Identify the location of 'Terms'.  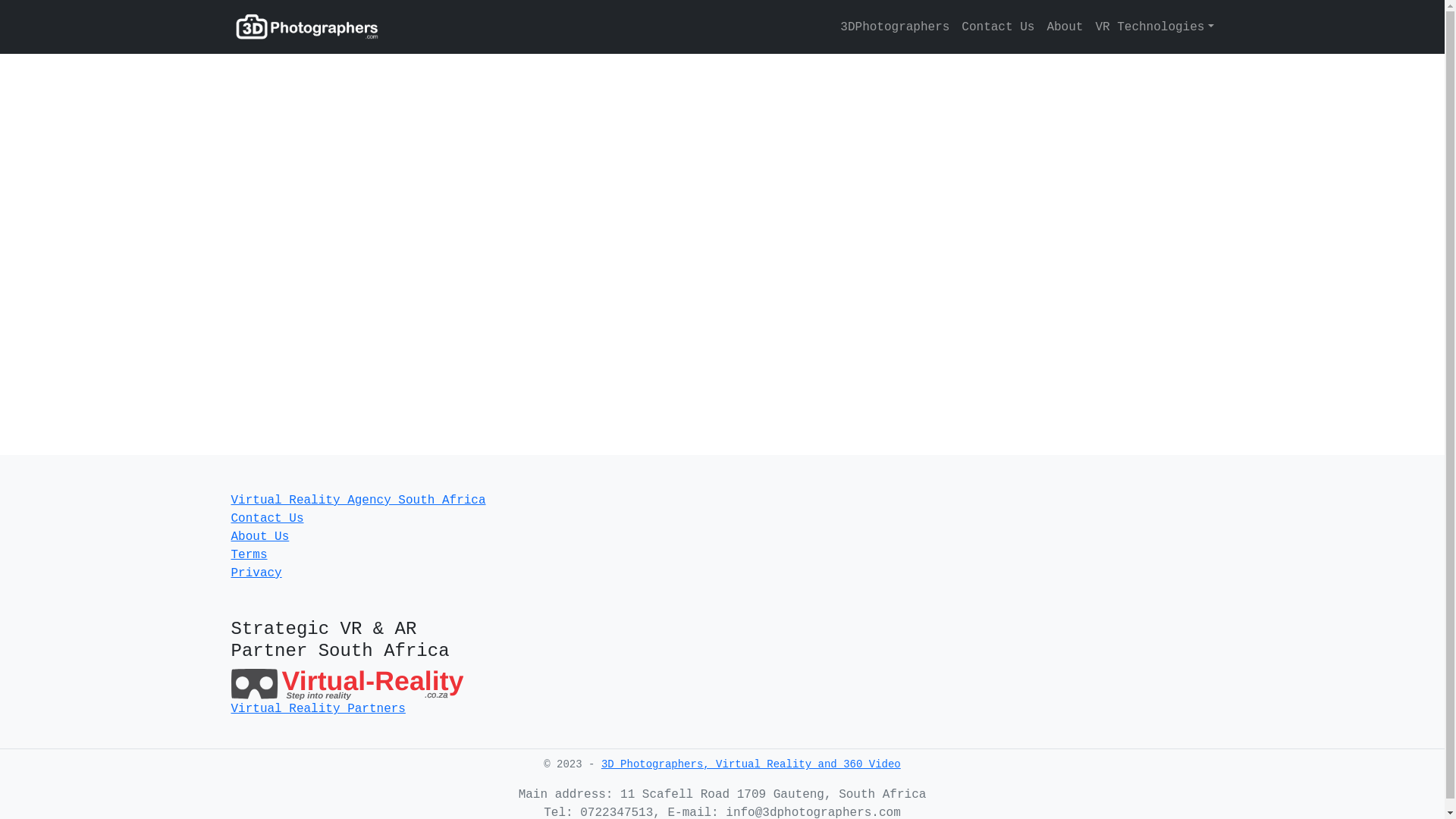
(248, 555).